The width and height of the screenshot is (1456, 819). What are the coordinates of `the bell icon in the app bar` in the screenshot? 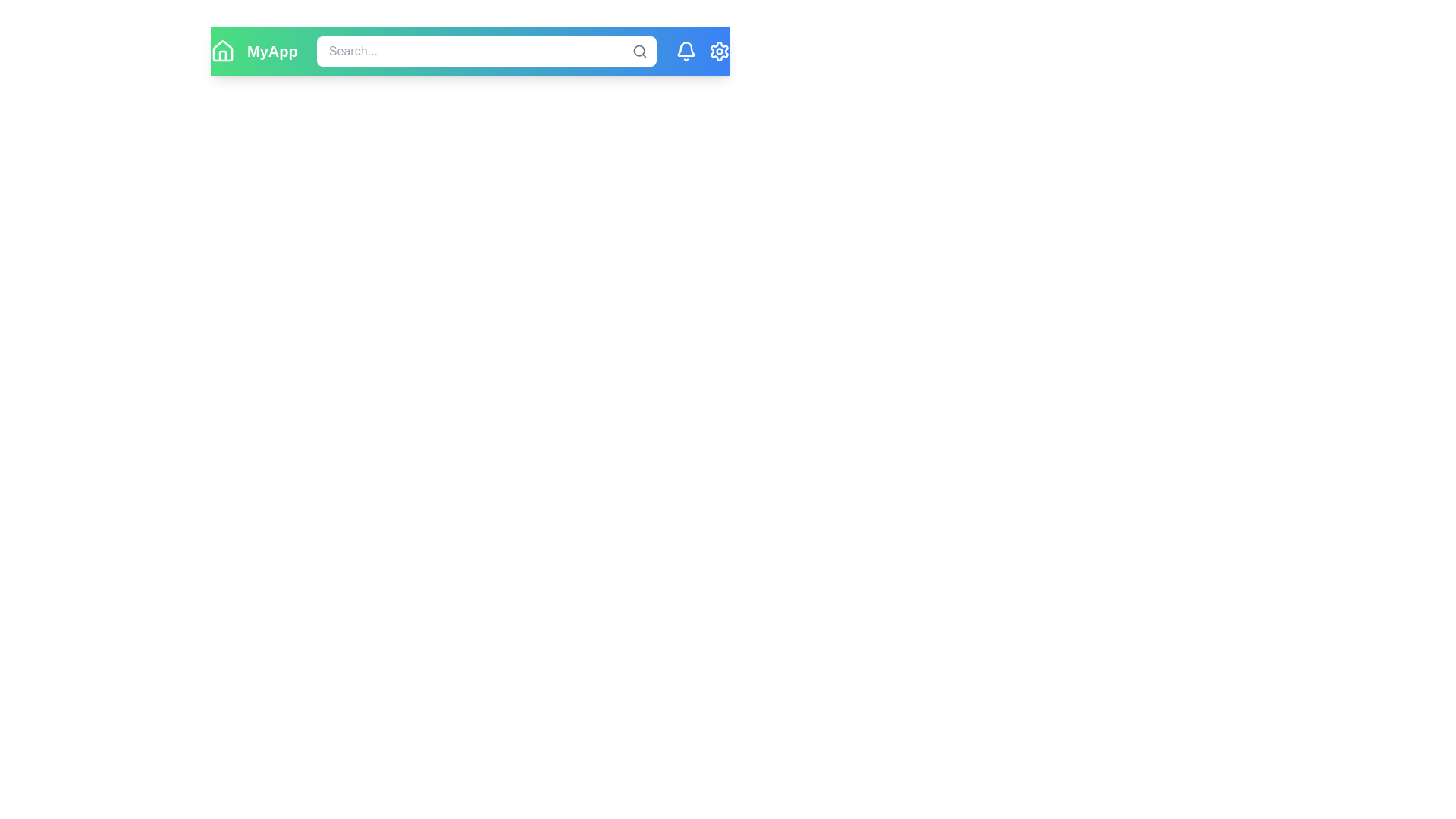 It's located at (685, 51).